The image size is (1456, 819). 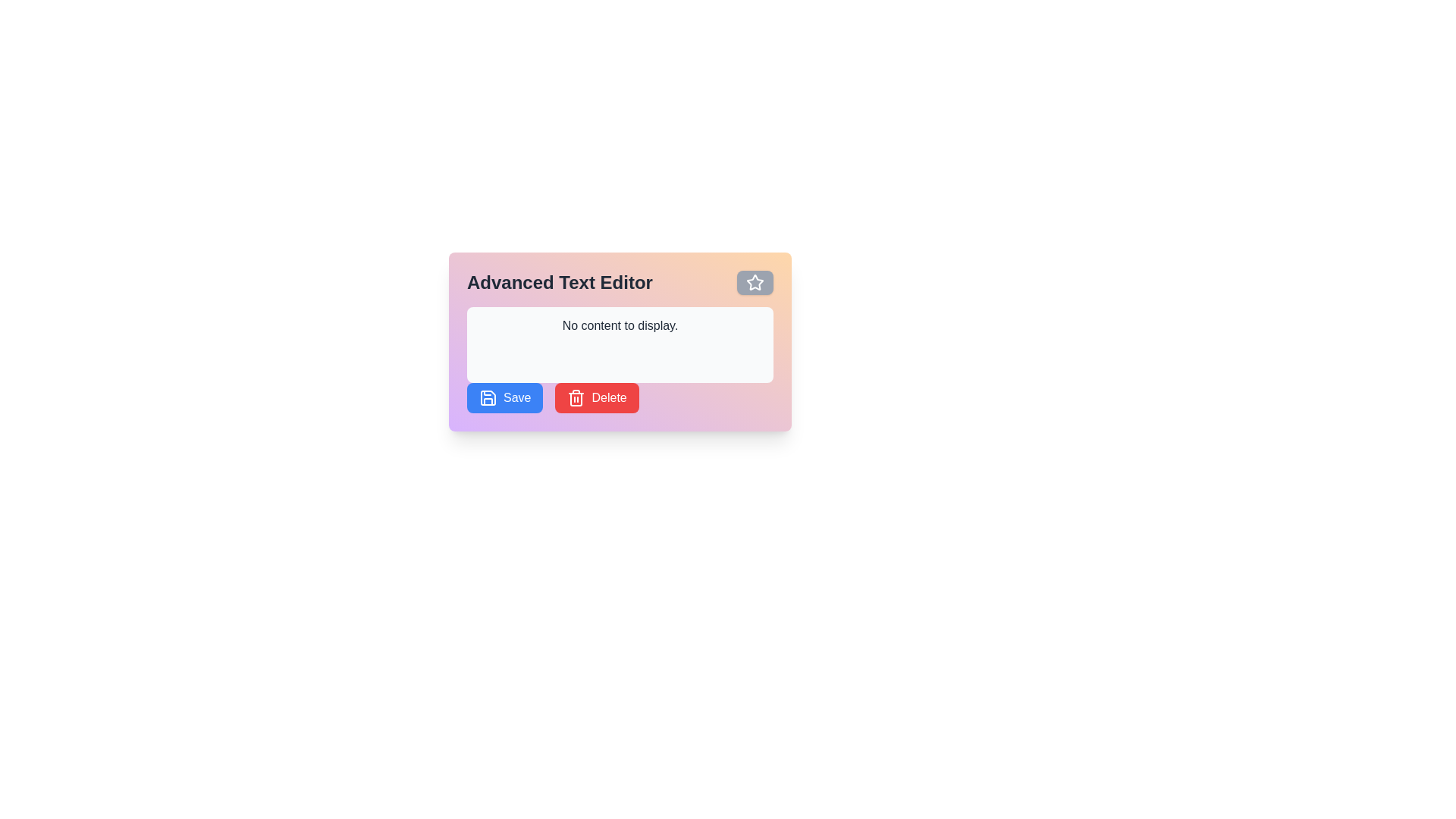 What do you see at coordinates (755, 283) in the screenshot?
I see `the star icon located in the top-right corner of the 'Advanced Text Editor' interface` at bounding box center [755, 283].